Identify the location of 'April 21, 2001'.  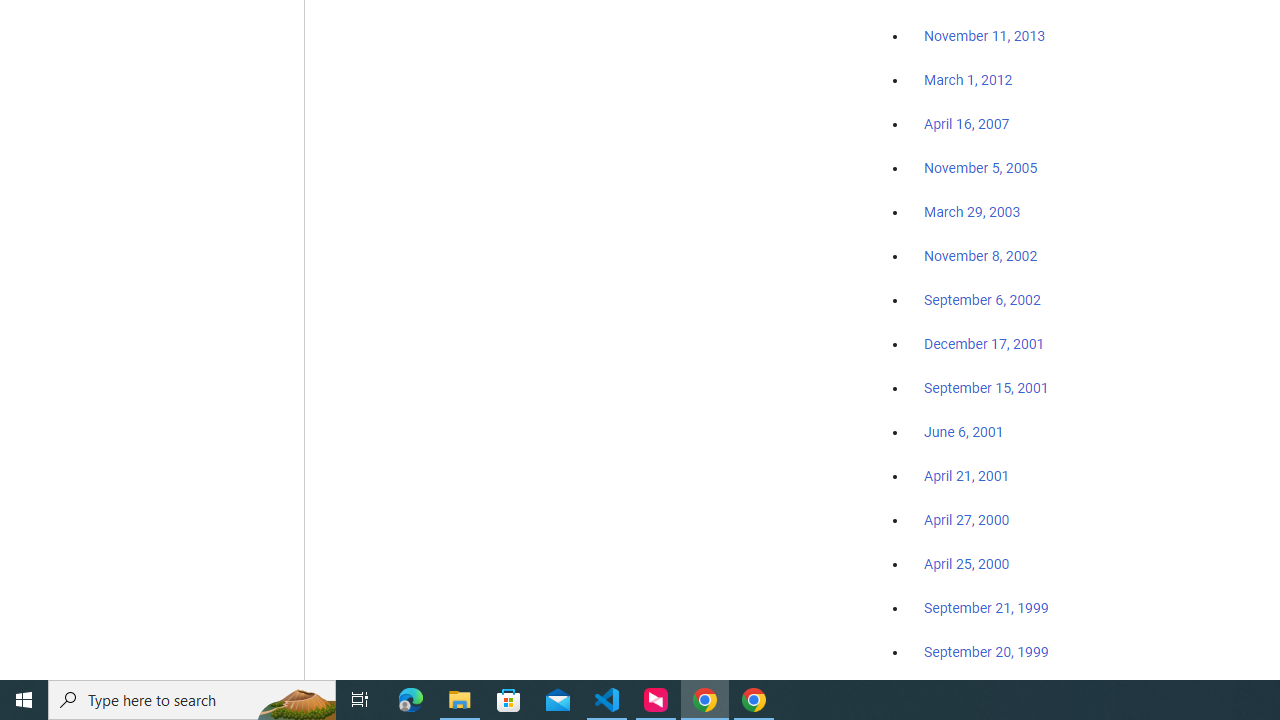
(967, 476).